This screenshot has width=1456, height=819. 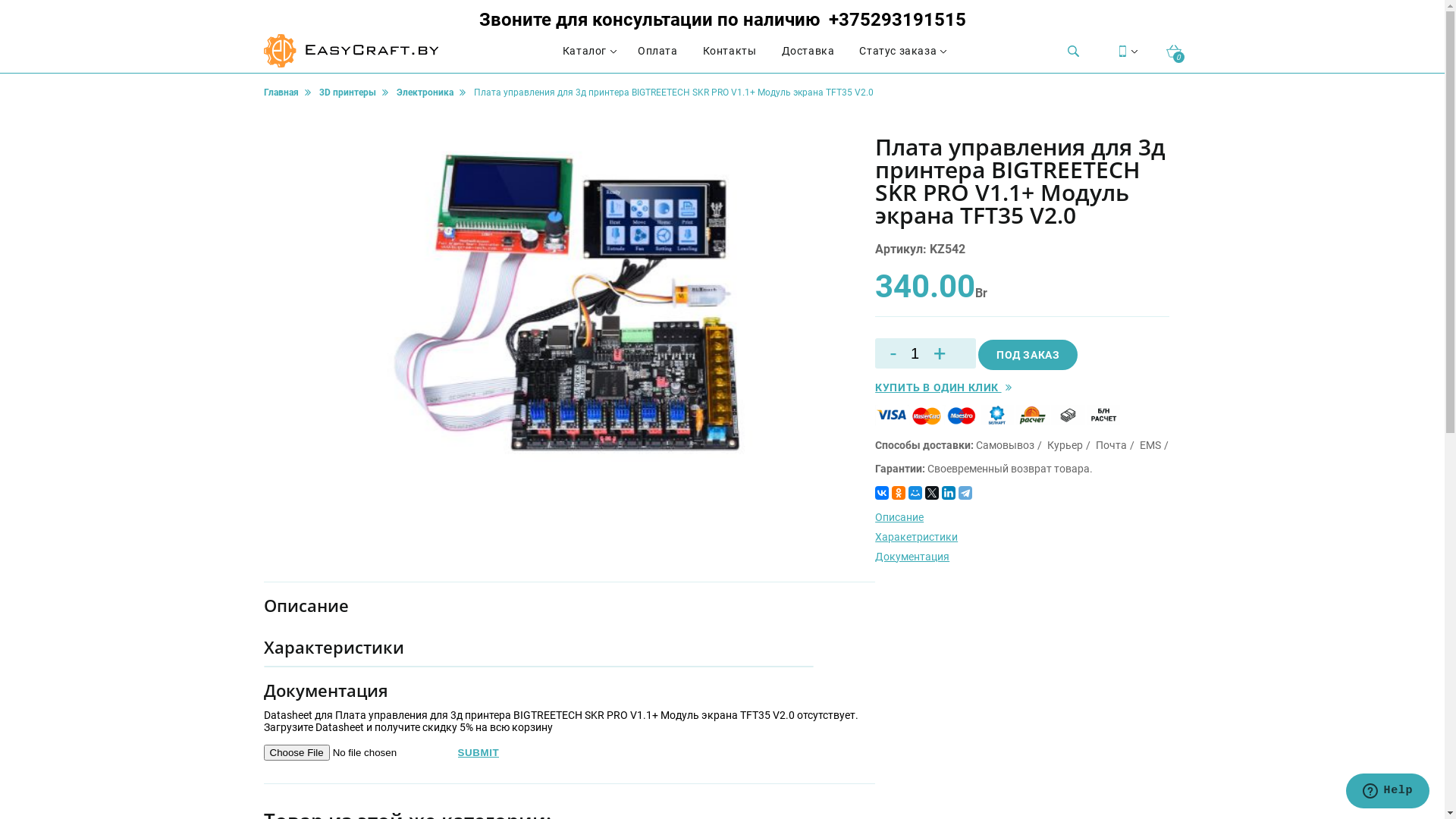 I want to click on '0', so click(x=1172, y=50).